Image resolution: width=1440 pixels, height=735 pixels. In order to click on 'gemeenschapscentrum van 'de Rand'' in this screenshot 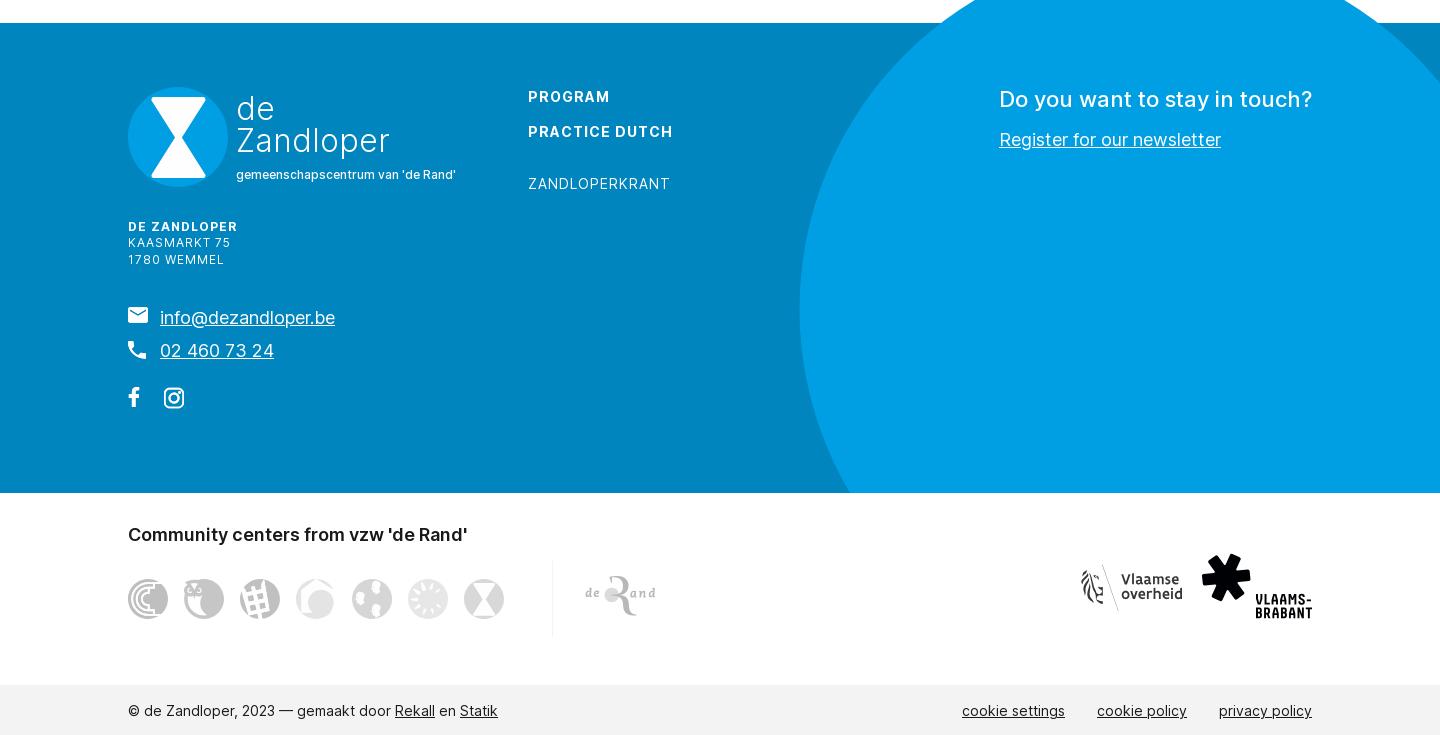, I will do `click(346, 173)`.